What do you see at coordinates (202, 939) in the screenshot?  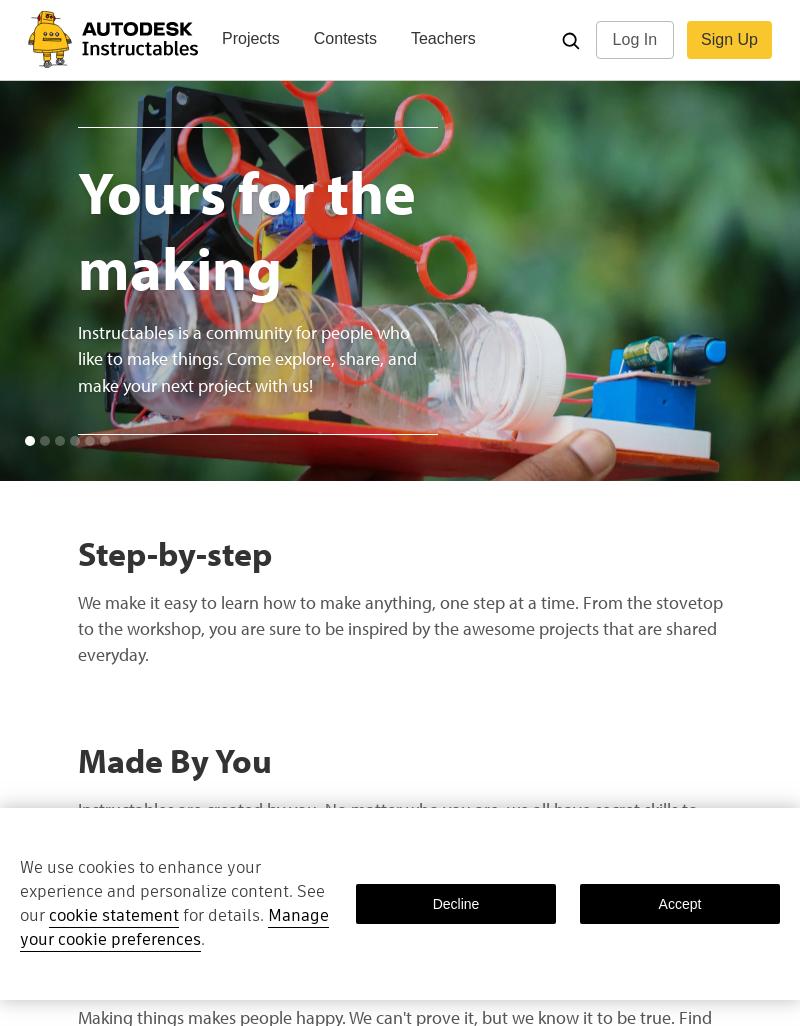 I see `'.'` at bounding box center [202, 939].